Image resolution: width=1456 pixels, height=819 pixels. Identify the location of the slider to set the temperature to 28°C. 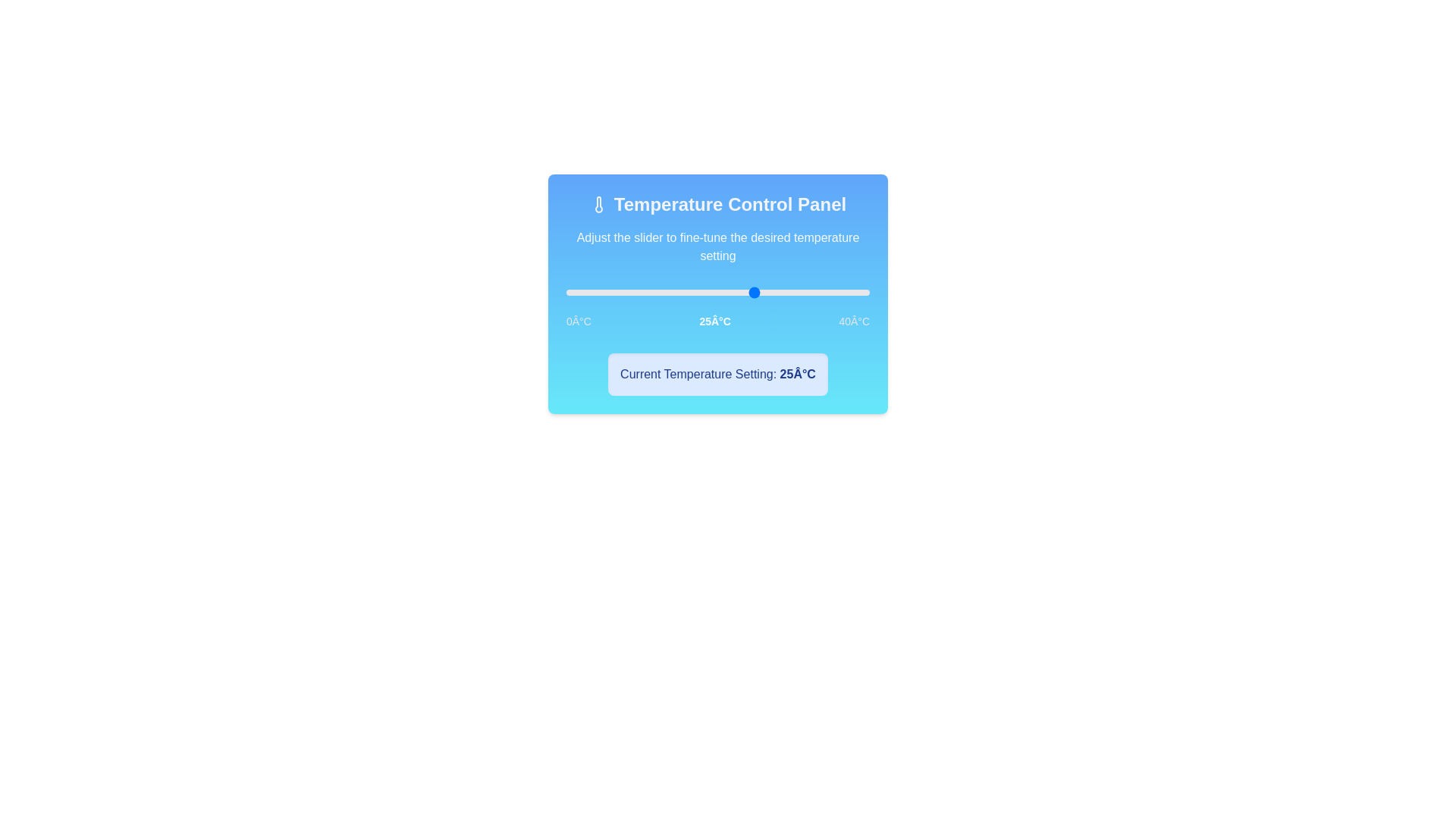
(779, 292).